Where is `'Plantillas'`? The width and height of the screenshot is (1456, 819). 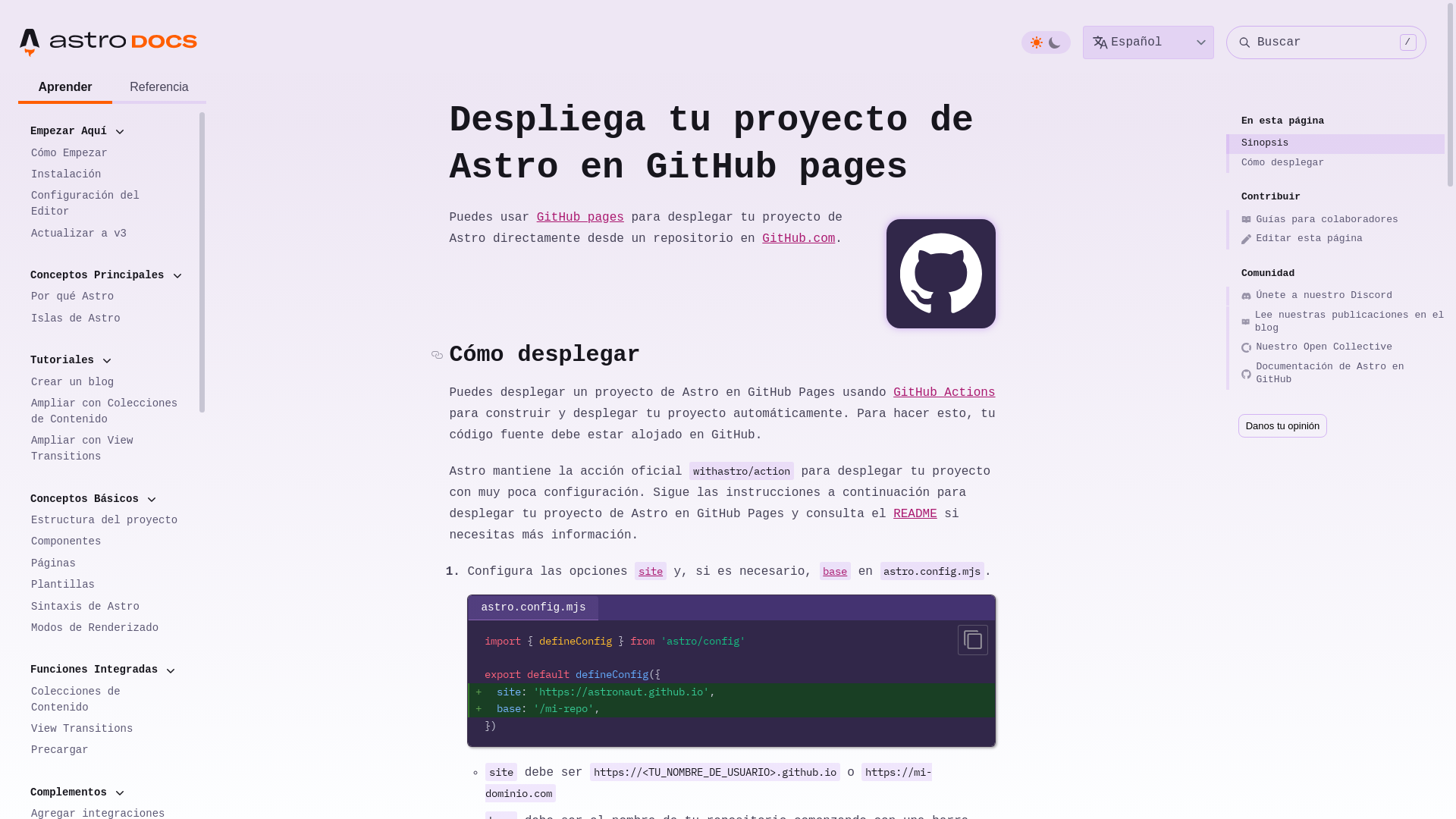 'Plantillas' is located at coordinates (106, 584).